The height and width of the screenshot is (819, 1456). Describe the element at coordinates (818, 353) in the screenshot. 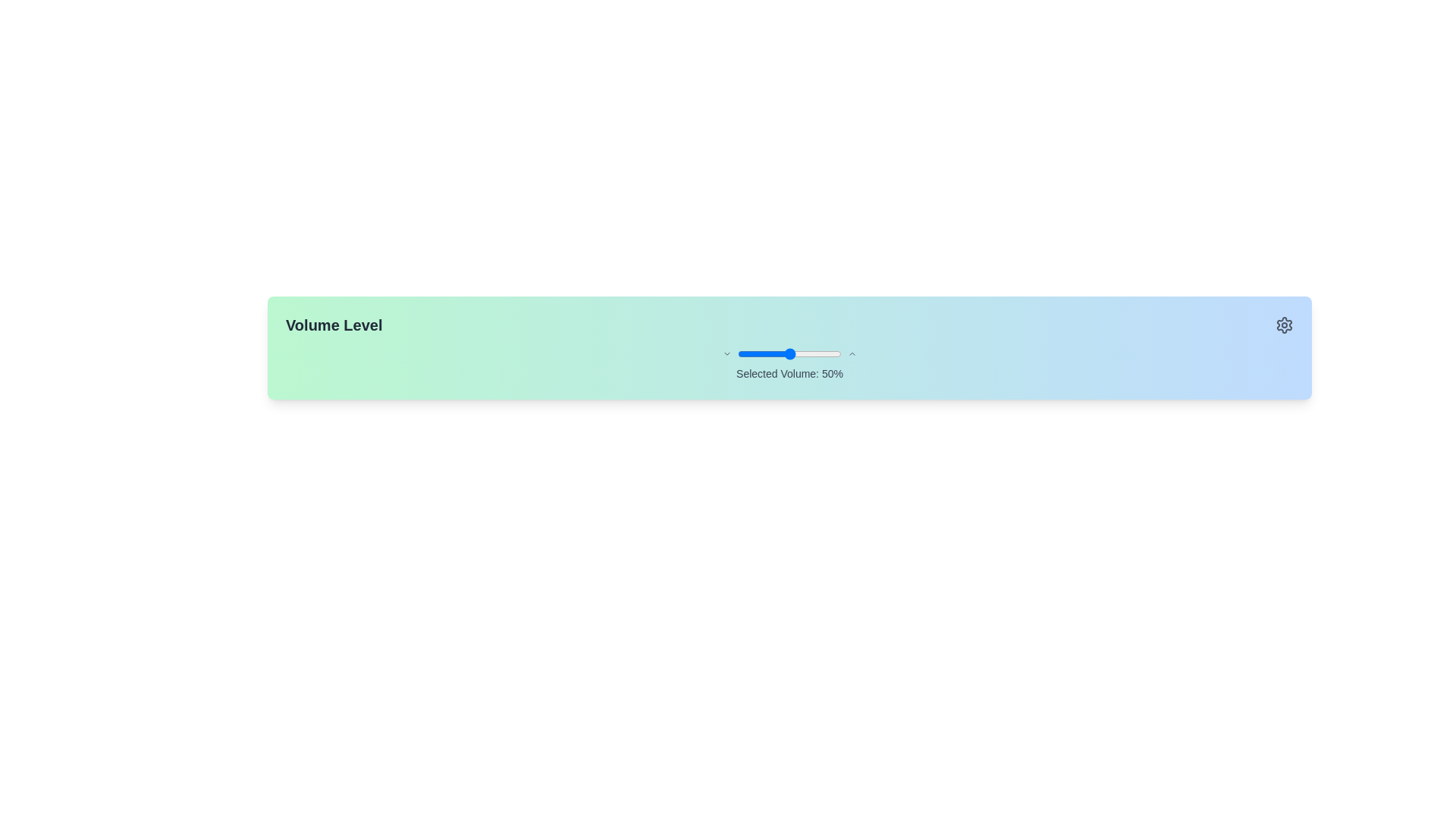

I see `the slider value` at that location.